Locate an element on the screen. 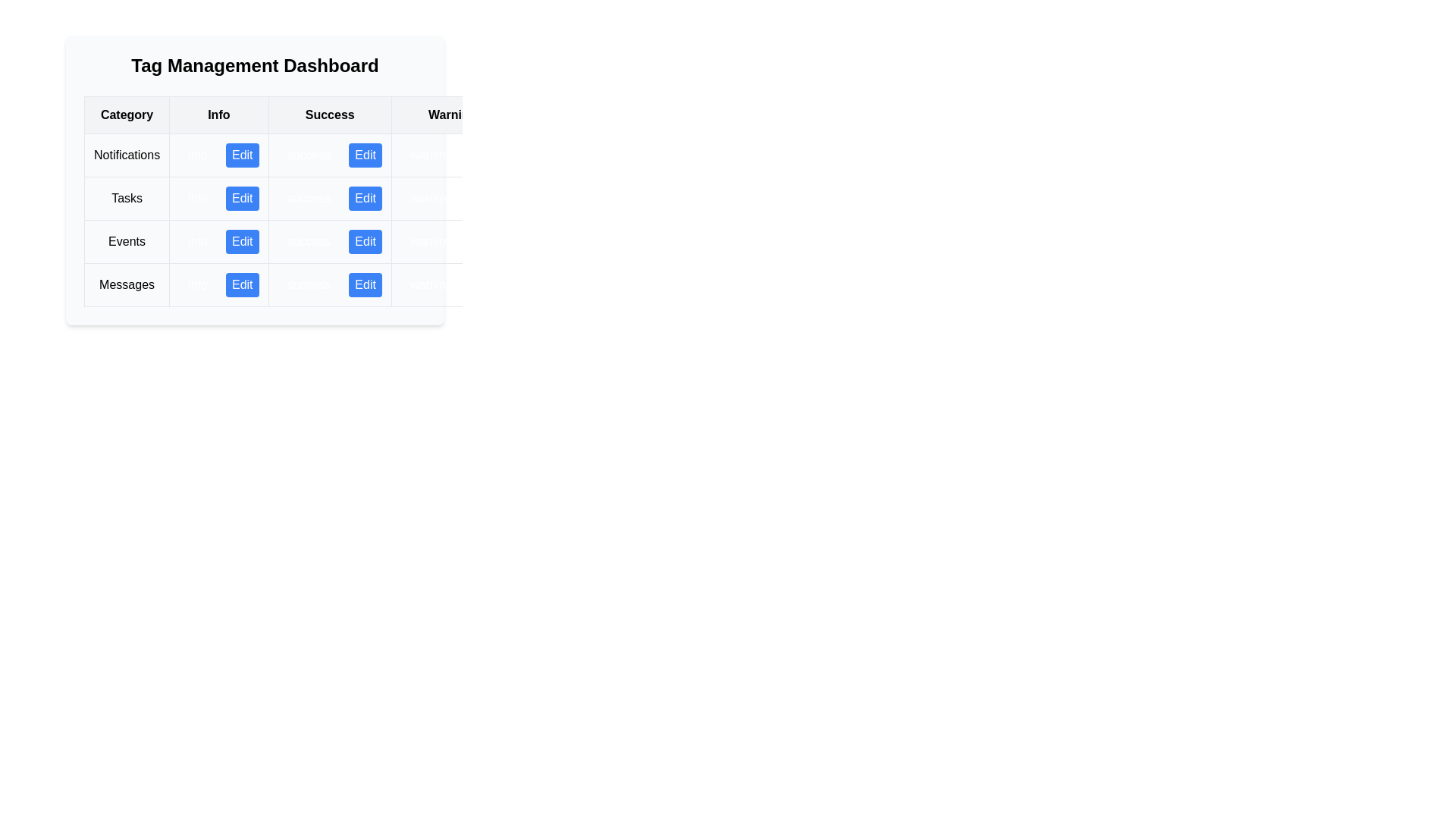 The image size is (1456, 819). the 'Edit' button, which has a vibrant blue background and is located in the 'success' column of the 'Tasks' row, to change its background color is located at coordinates (366, 198).